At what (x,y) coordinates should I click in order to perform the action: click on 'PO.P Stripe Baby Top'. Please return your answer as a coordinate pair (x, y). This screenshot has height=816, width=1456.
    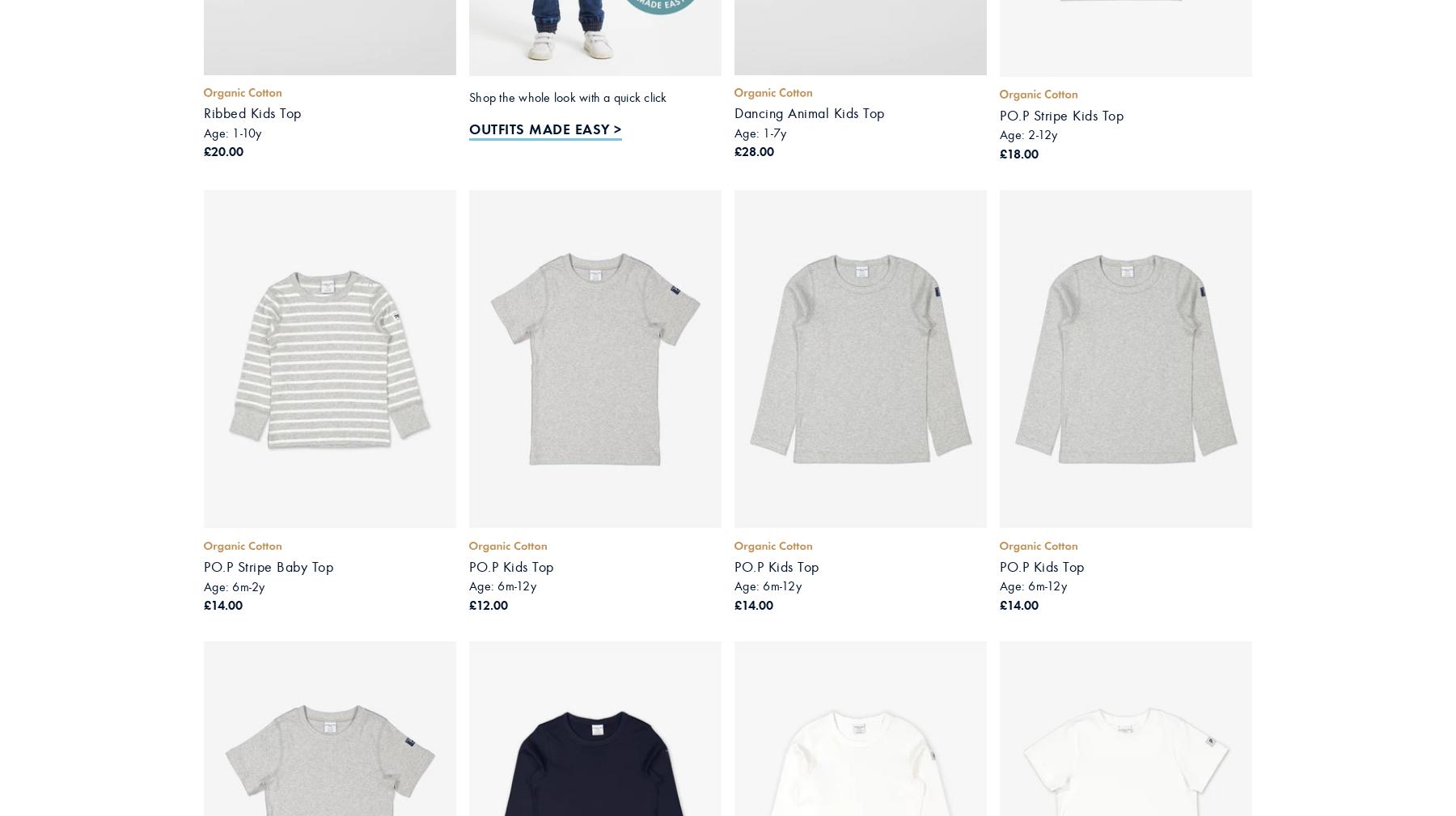
    Looking at the image, I should click on (267, 567).